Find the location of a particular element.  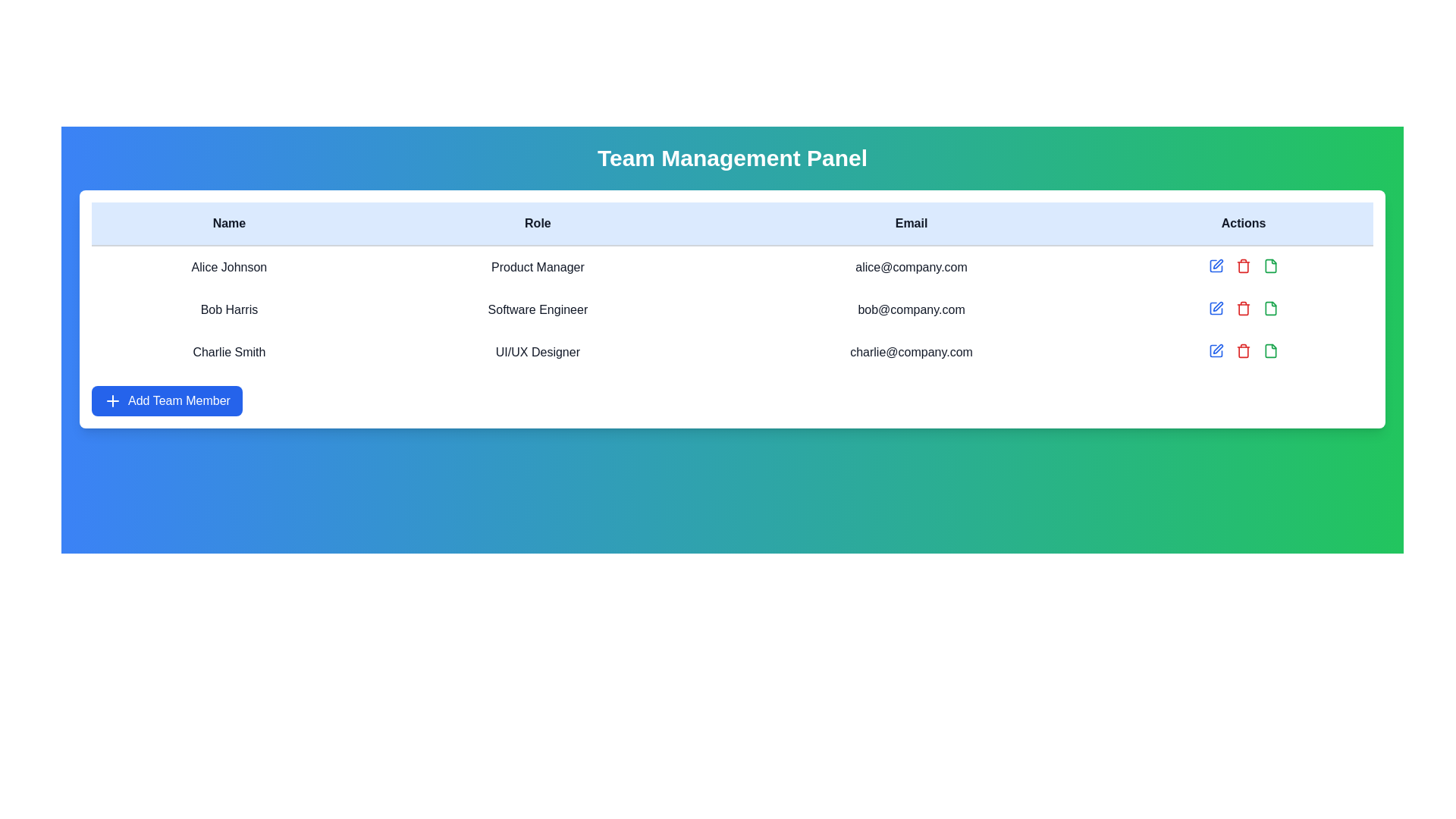

the red trash can icon button is located at coordinates (1244, 350).